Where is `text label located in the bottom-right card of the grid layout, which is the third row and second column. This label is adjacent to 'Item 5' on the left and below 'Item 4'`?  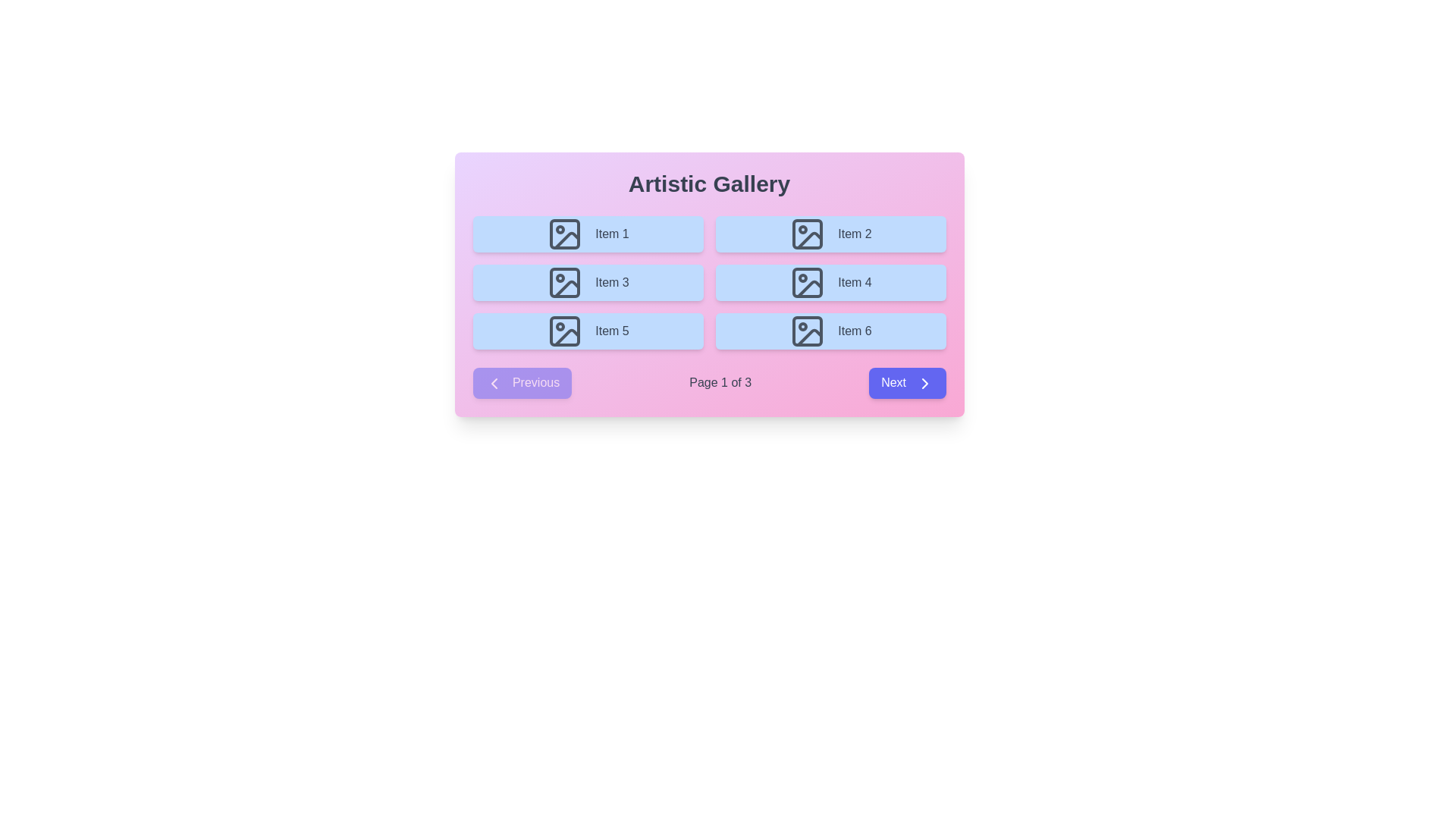 text label located in the bottom-right card of the grid layout, which is the third row and second column. This label is adjacent to 'Item 5' on the left and below 'Item 4' is located at coordinates (855, 330).